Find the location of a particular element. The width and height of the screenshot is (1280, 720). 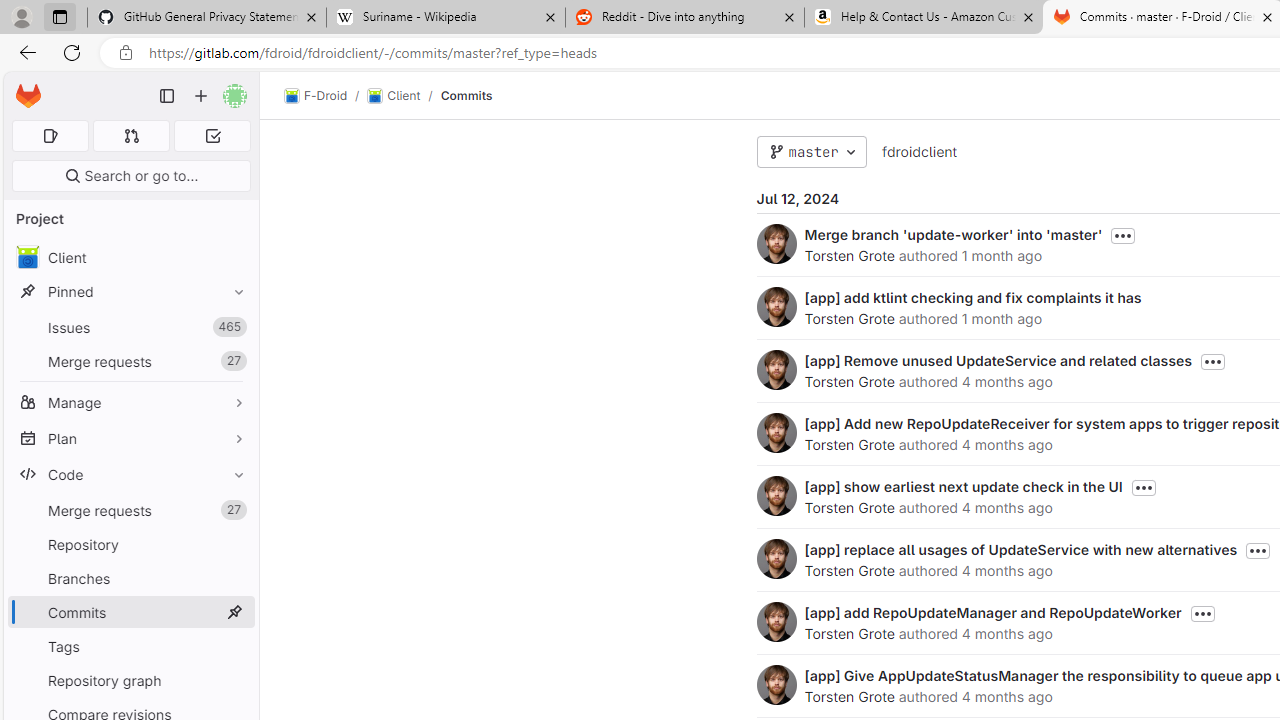

'Merge requests 27' is located at coordinates (130, 509).